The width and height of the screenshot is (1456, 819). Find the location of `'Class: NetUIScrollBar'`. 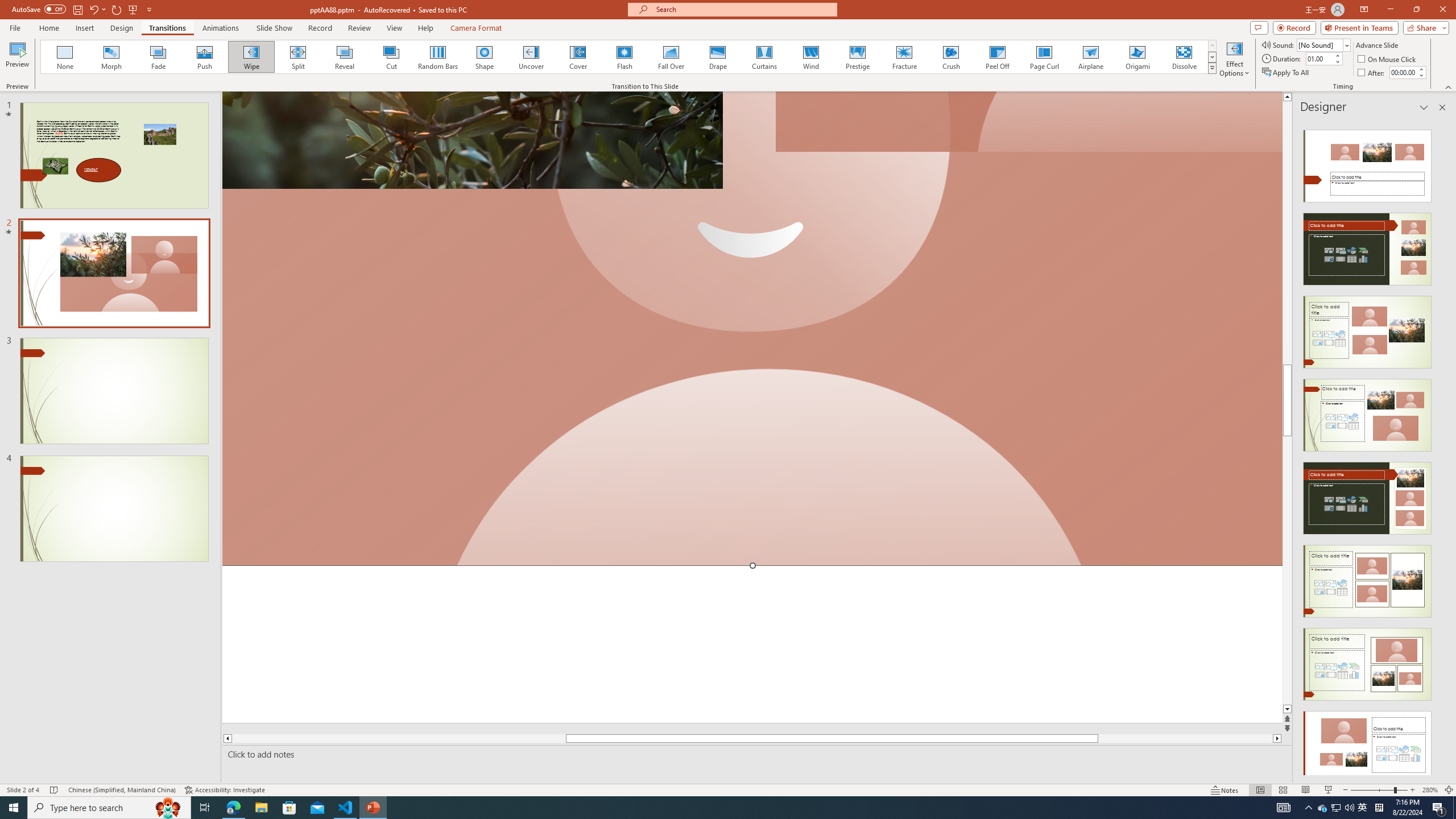

'Class: NetUIScrollBar' is located at coordinates (1441, 447).